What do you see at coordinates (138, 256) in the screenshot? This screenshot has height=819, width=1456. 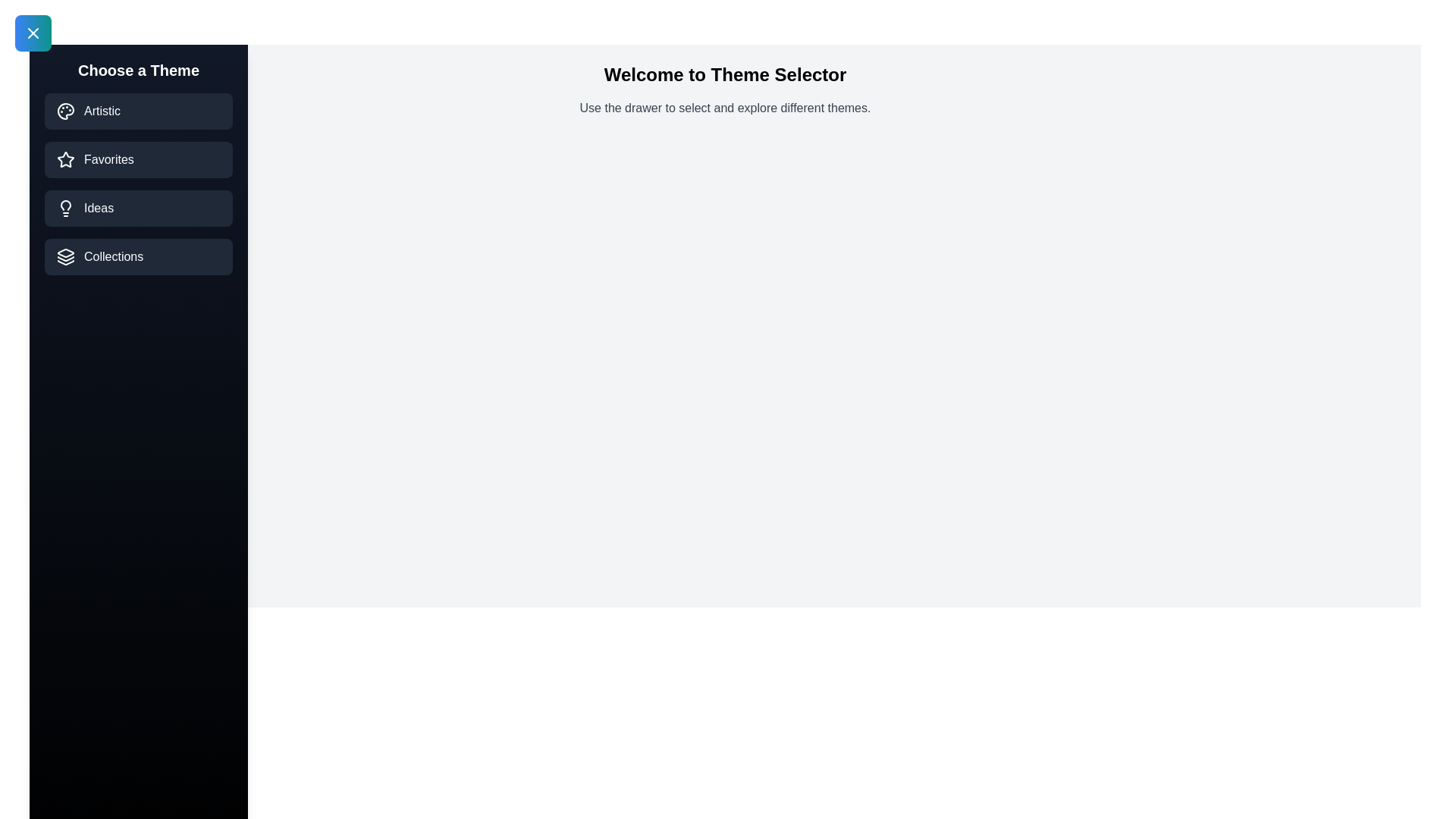 I see `the theme Collections from the list` at bounding box center [138, 256].